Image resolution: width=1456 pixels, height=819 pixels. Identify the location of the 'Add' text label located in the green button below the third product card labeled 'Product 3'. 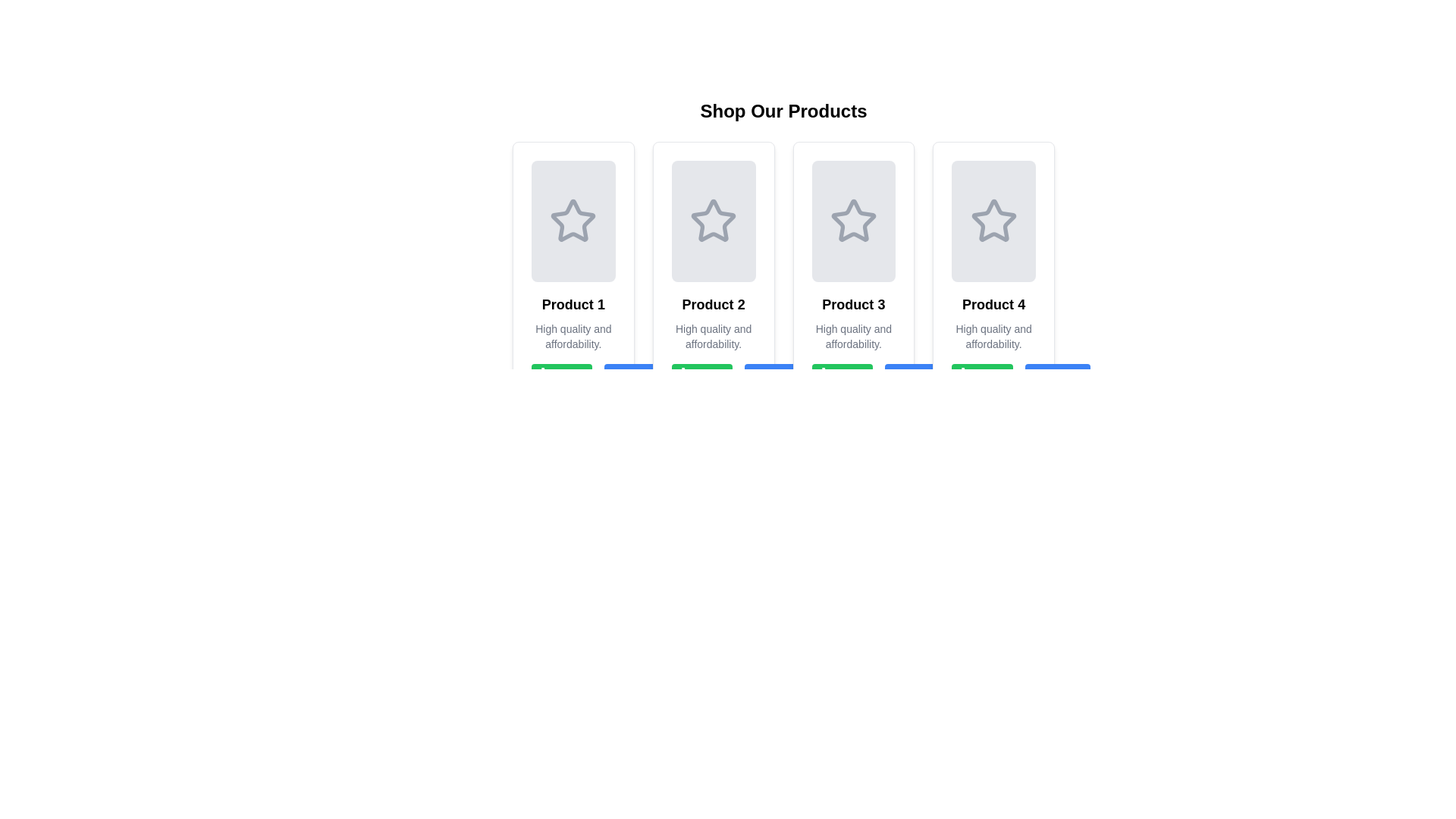
(852, 375).